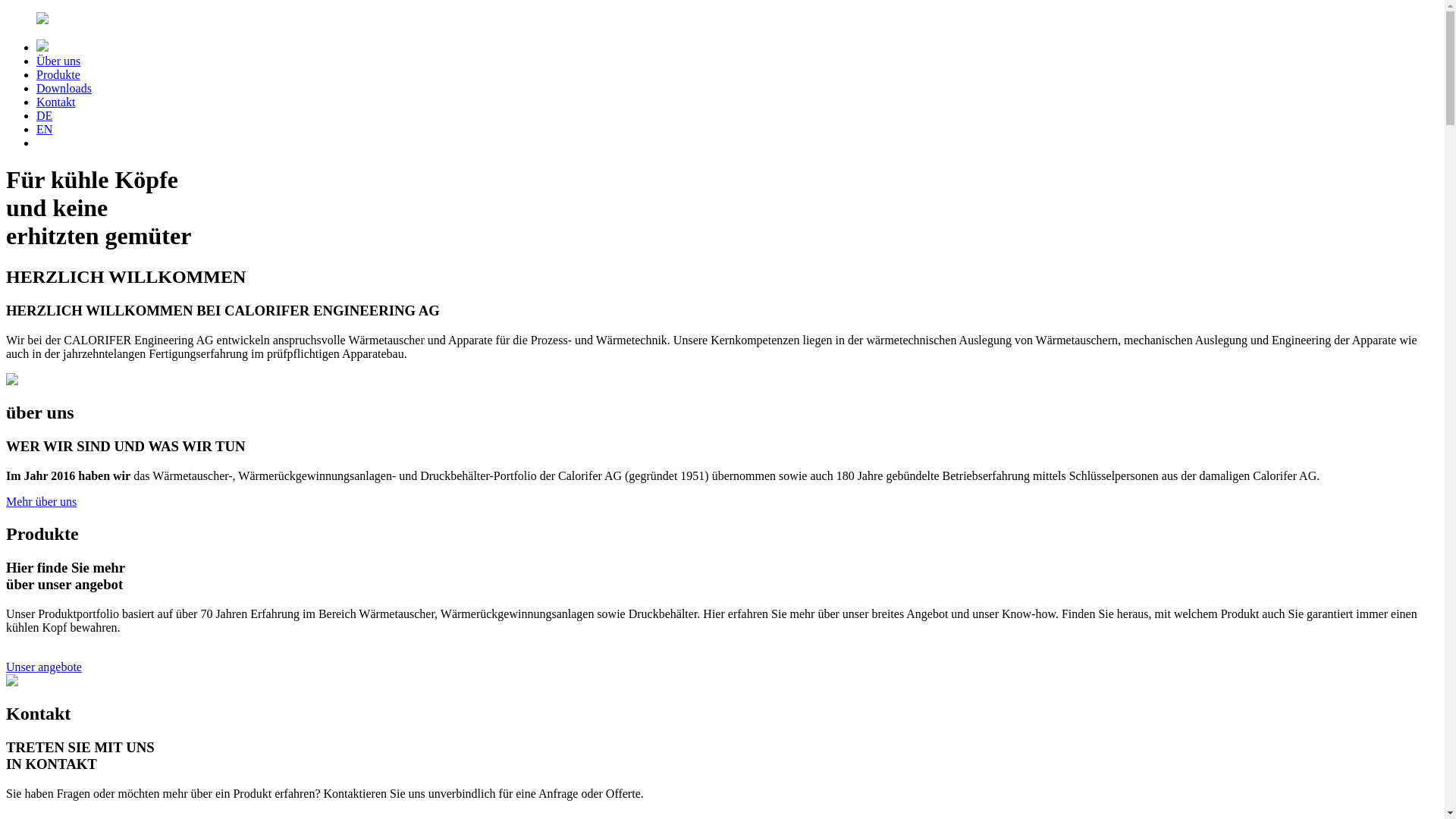 The width and height of the screenshot is (1456, 819). Describe the element at coordinates (44, 115) in the screenshot. I see `'DE'` at that location.